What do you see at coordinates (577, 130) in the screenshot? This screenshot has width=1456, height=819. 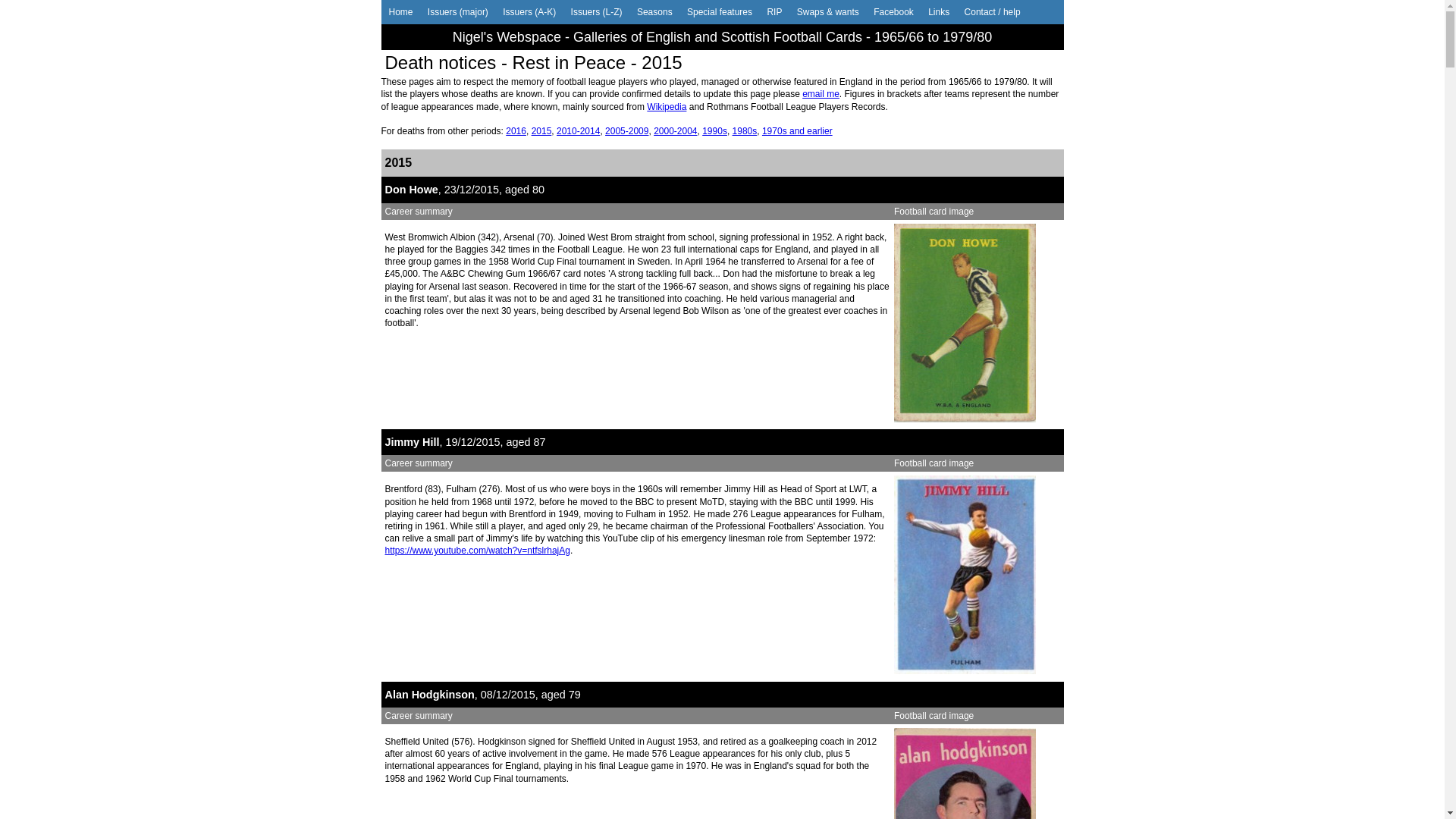 I see `'2010-2014'` at bounding box center [577, 130].